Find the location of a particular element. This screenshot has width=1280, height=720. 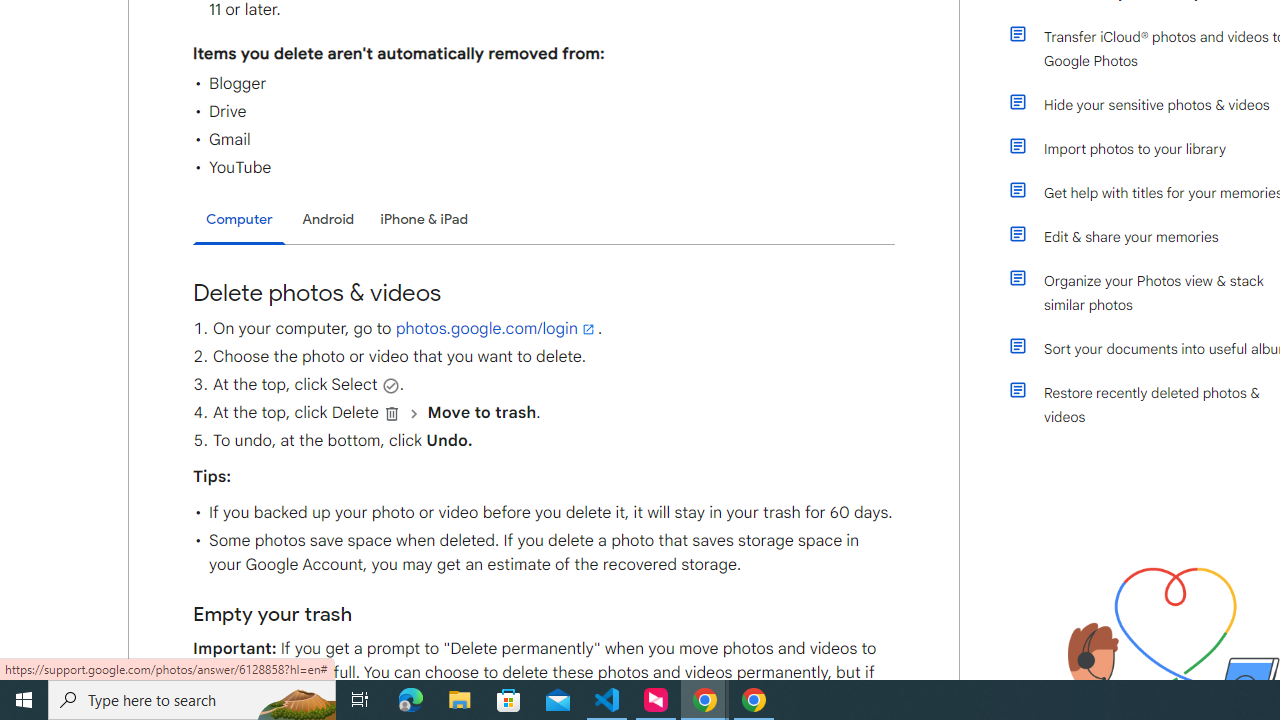

'Delete' is located at coordinates (392, 412).